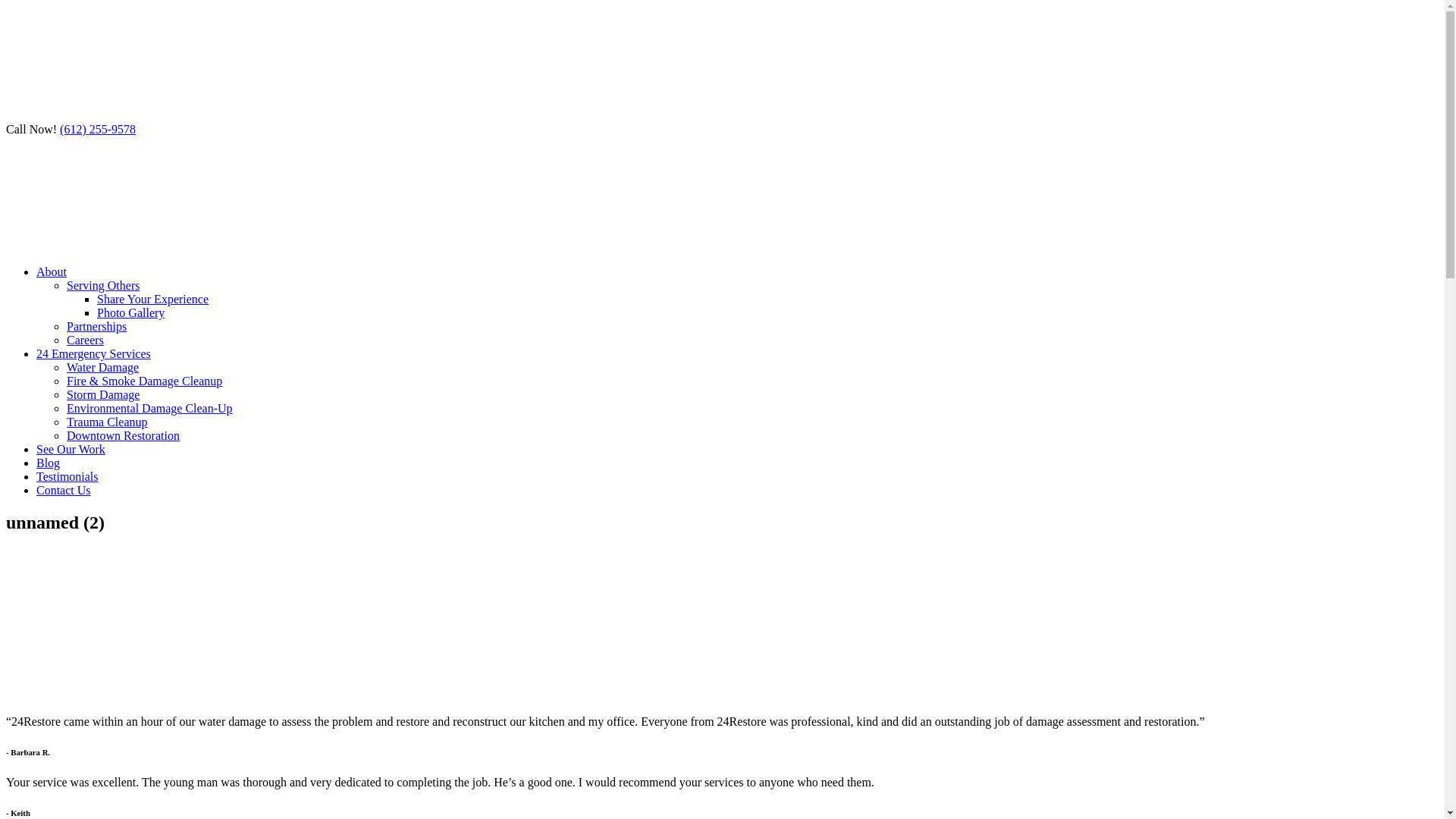 The height and width of the screenshot is (819, 1456). Describe the element at coordinates (102, 394) in the screenshot. I see `'Storm Damage'` at that location.